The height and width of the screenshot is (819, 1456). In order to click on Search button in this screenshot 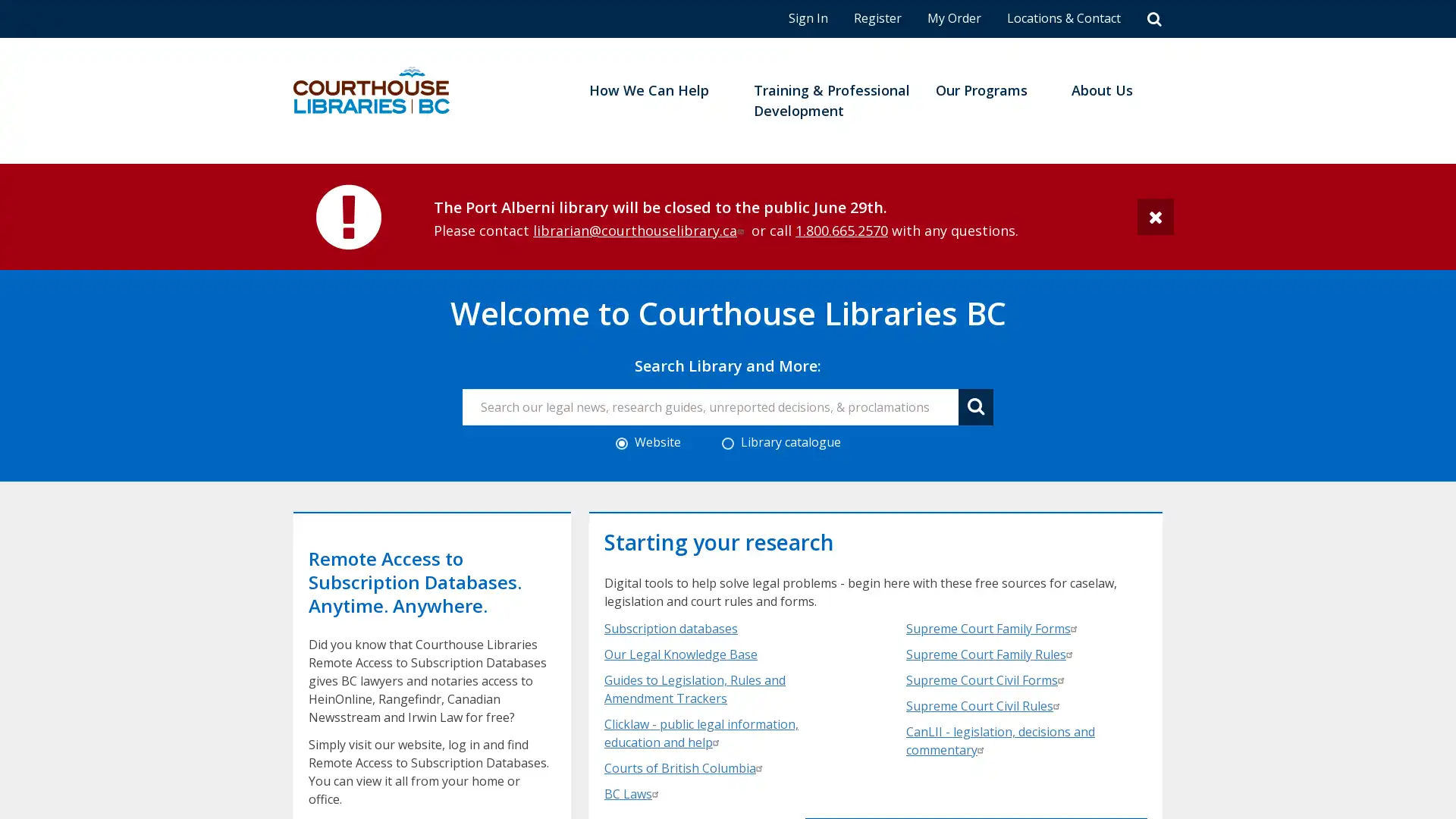, I will do `click(975, 406)`.